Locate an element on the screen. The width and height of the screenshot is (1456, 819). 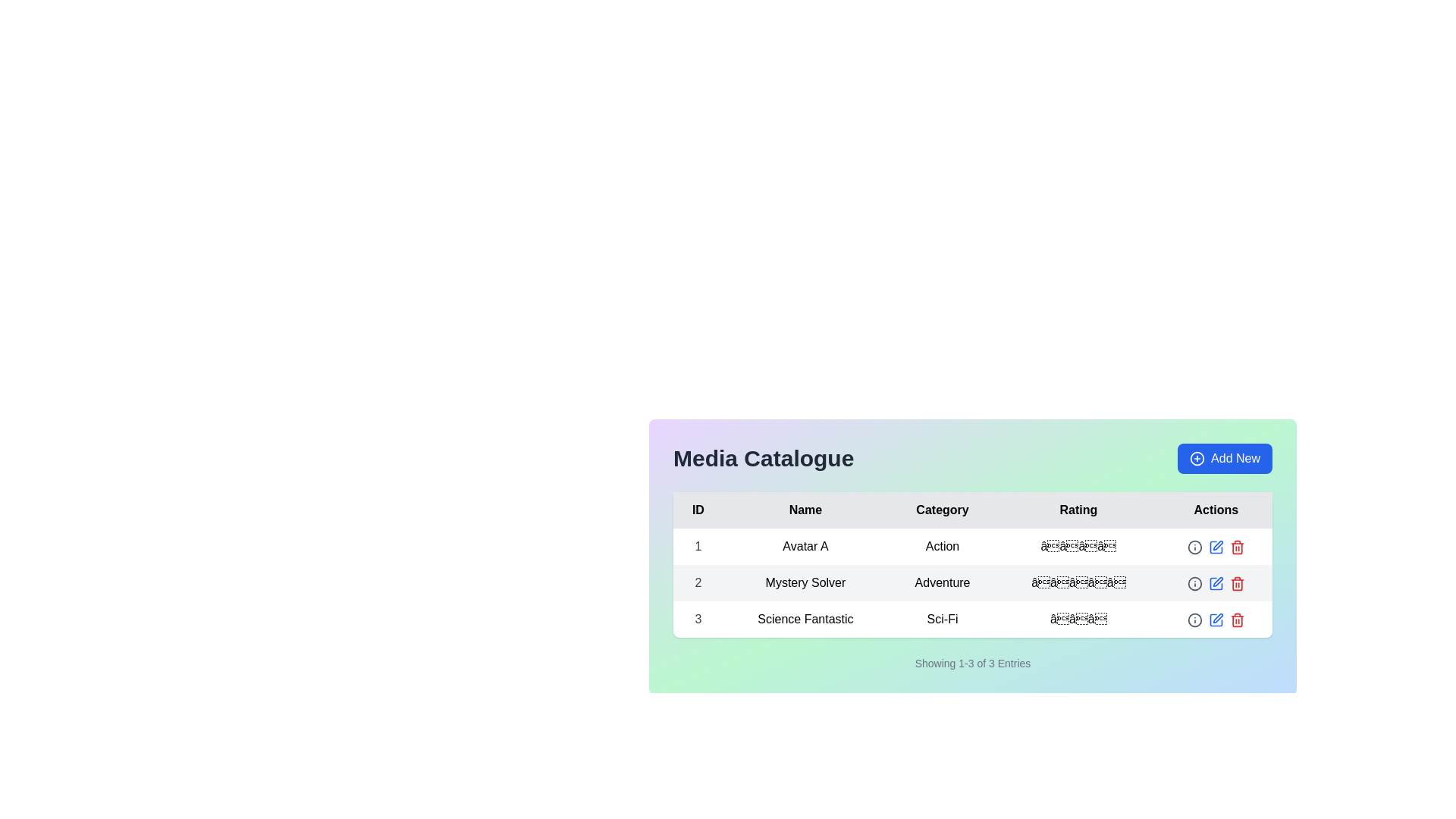
the trash can icon button in the 'Actions' column of the second row is located at coordinates (1237, 582).